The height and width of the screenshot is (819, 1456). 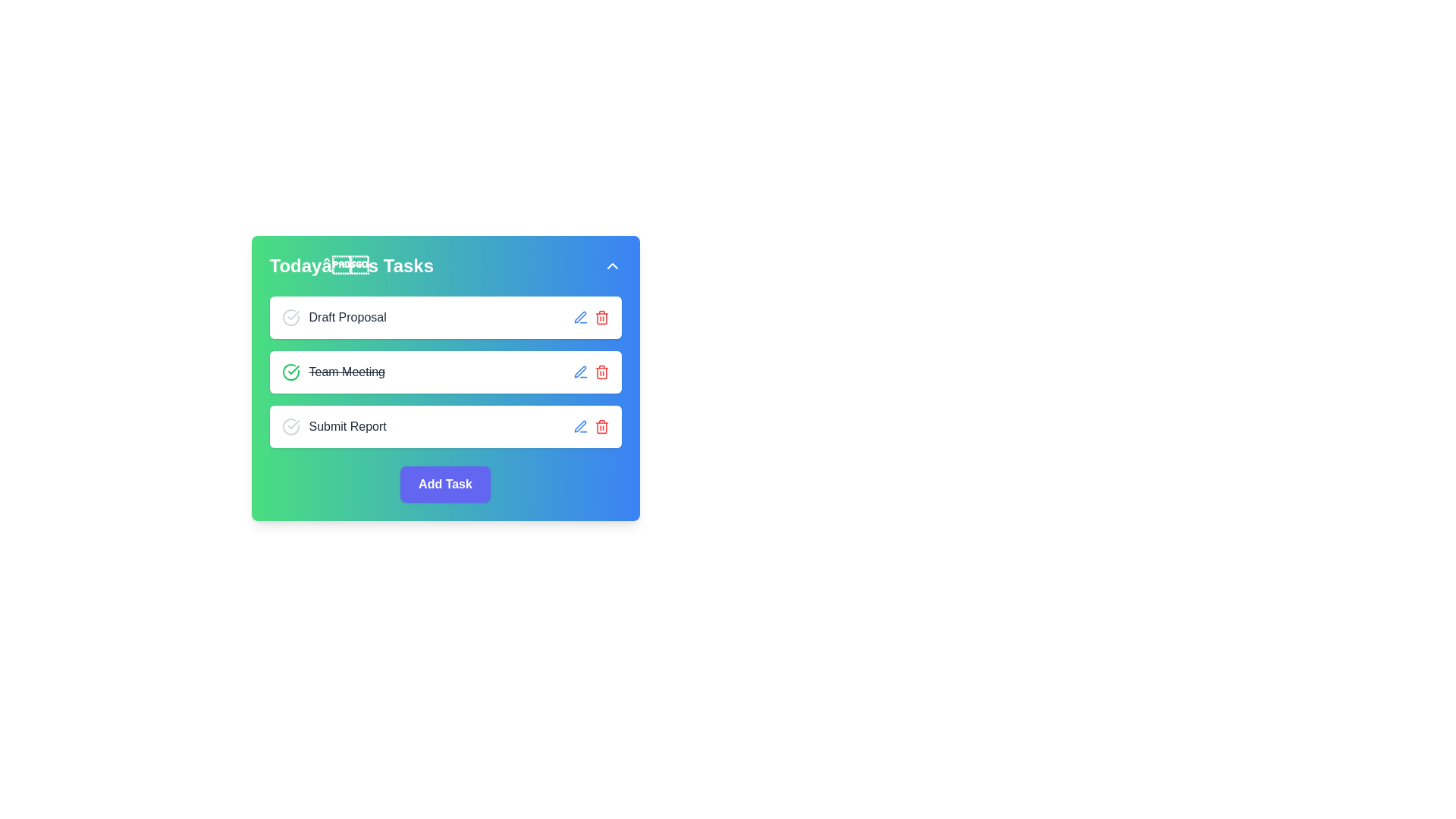 What do you see at coordinates (601, 317) in the screenshot?
I see `the red trashcan icon button` at bounding box center [601, 317].